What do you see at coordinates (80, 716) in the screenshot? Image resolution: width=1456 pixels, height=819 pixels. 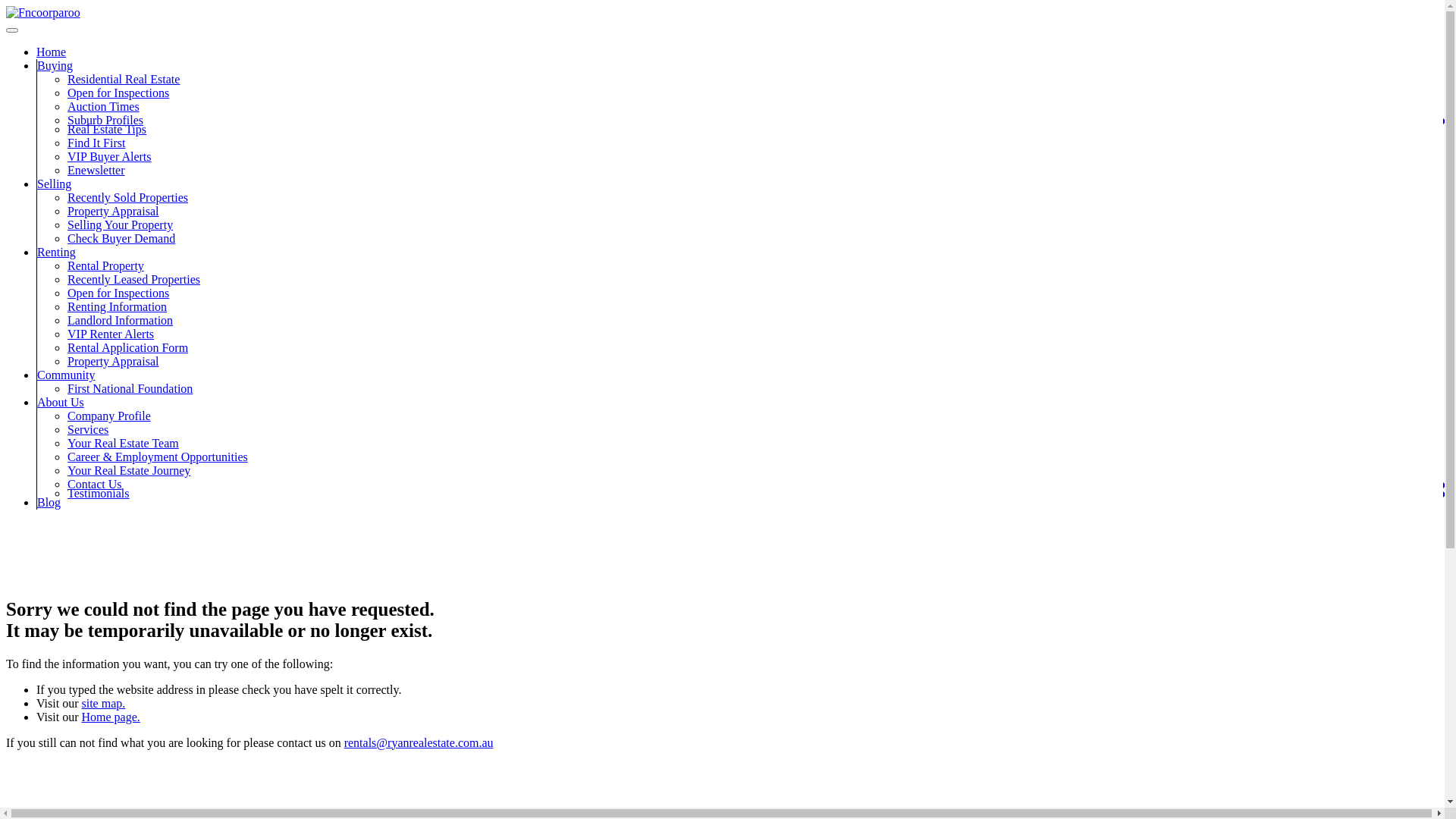 I see `'Home page.'` at bounding box center [80, 716].